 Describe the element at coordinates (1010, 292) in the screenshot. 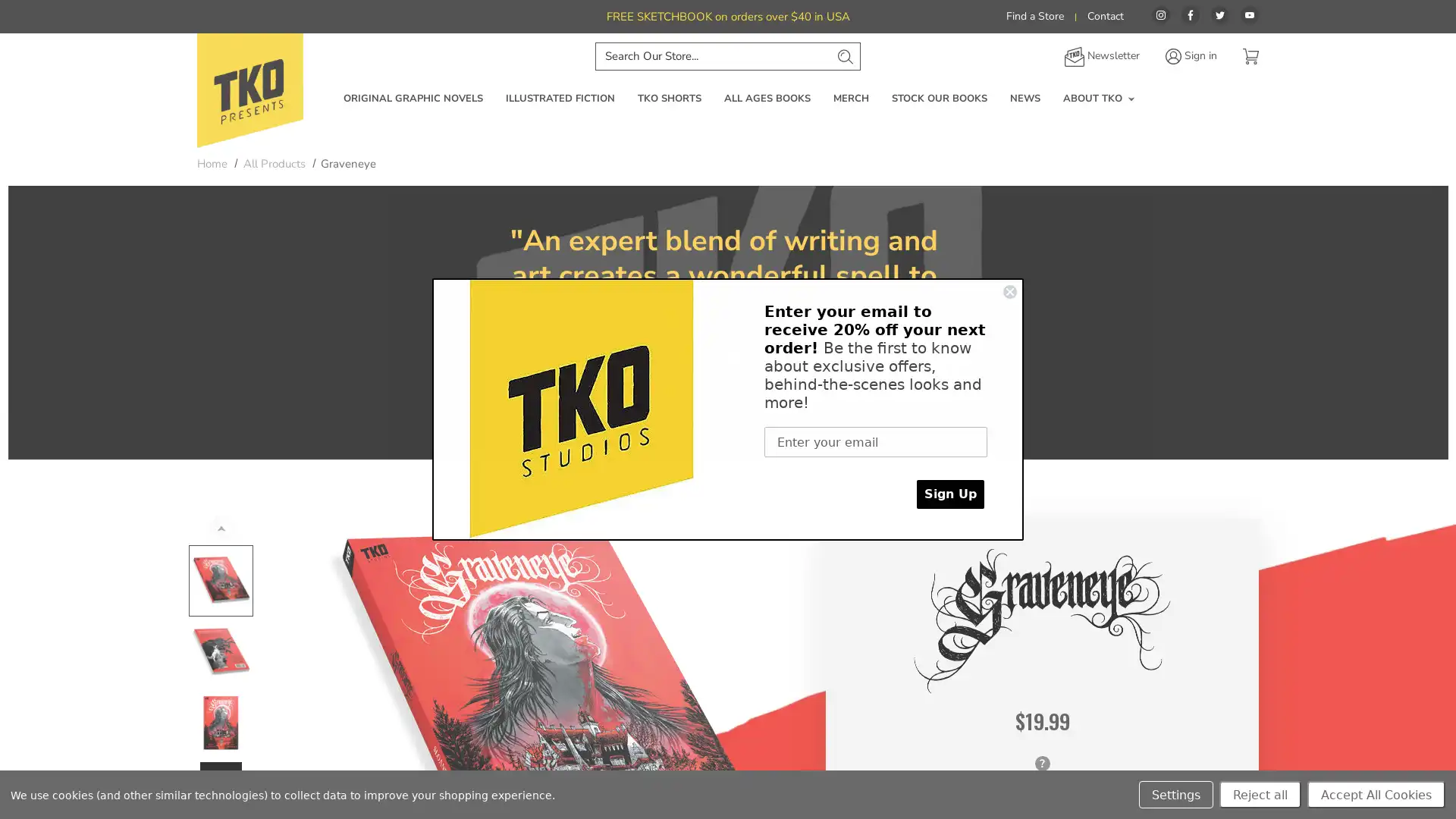

I see `Close form` at that location.